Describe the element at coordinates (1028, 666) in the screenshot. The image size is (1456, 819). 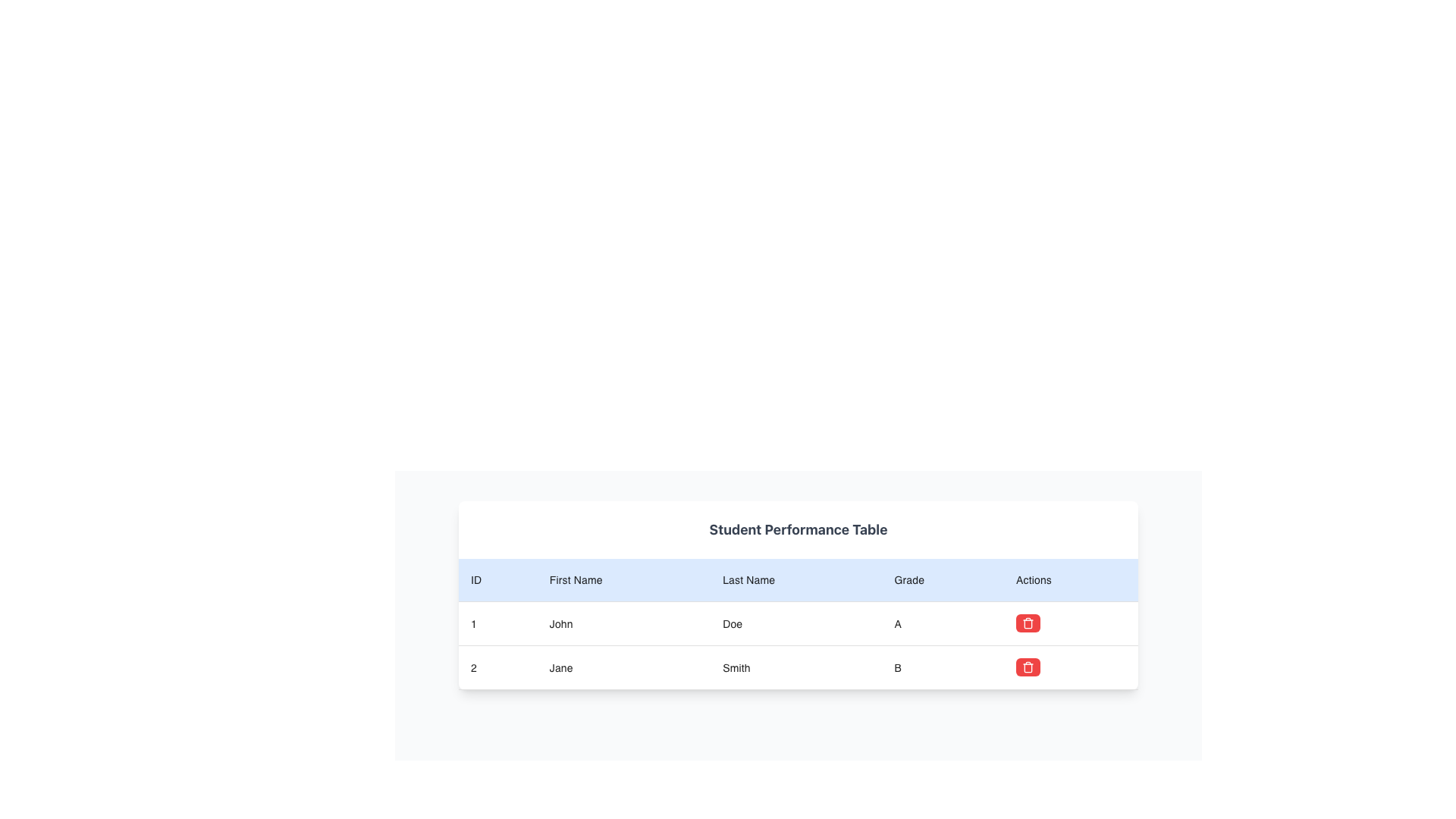
I see `the red button with a white trash can icon located in the 'Actions' column of the second row of the student information table, corresponding to Jane Smith's row` at that location.